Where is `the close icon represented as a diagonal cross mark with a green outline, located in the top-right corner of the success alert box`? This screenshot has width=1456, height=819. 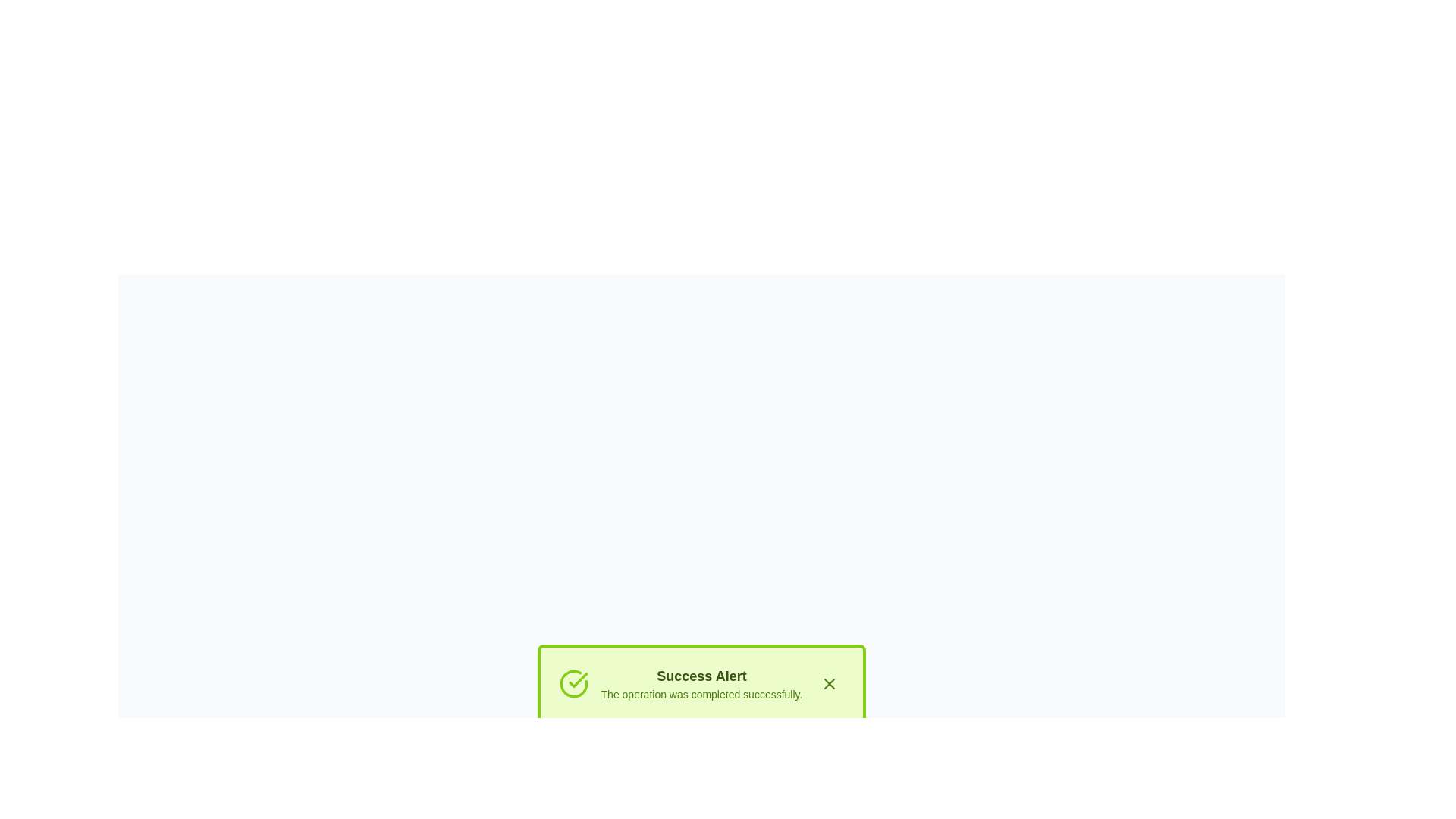
the close icon represented as a diagonal cross mark with a green outline, located in the top-right corner of the success alert box is located at coordinates (829, 684).